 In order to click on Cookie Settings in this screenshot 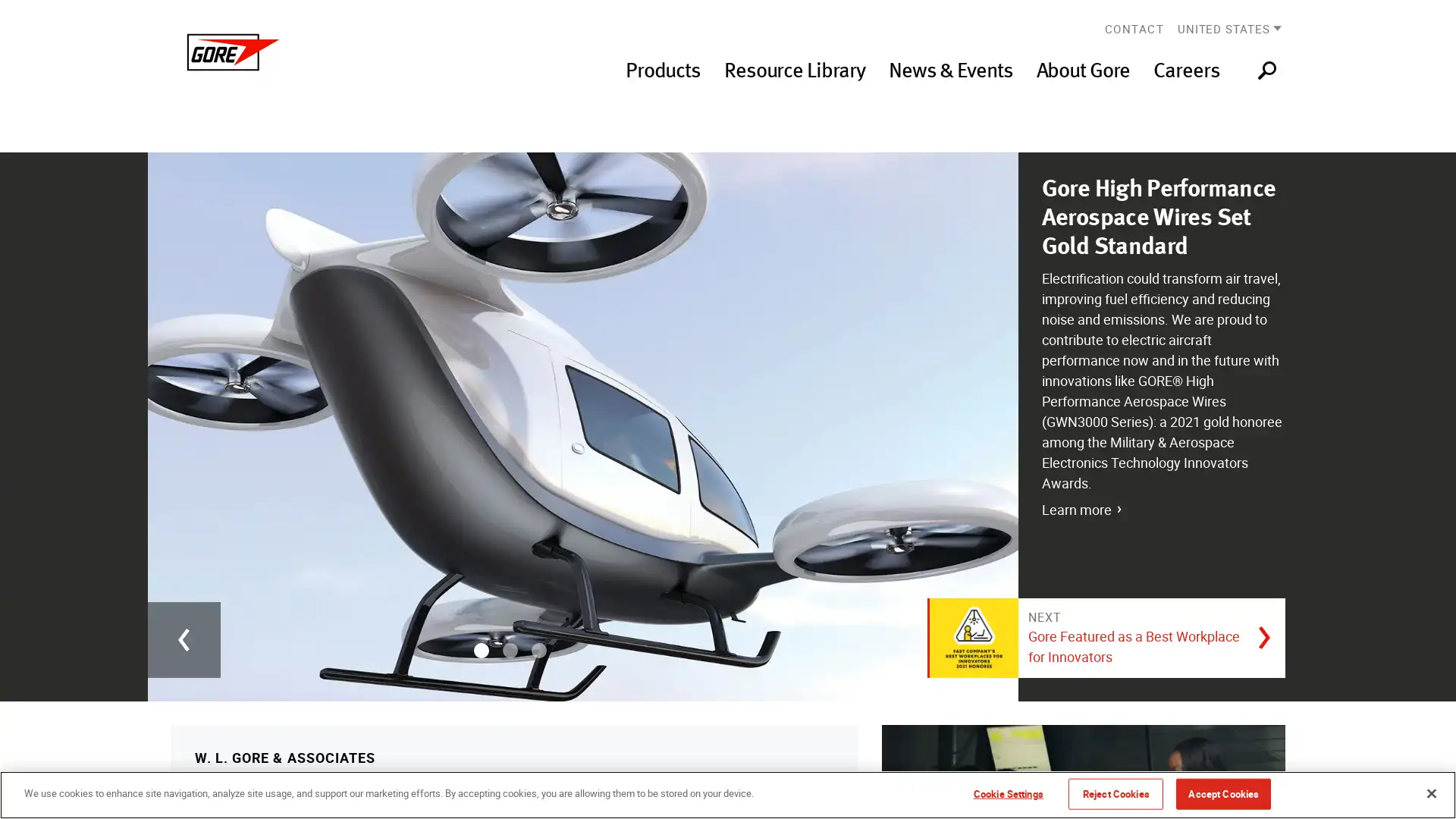, I will do `click(1008, 792)`.